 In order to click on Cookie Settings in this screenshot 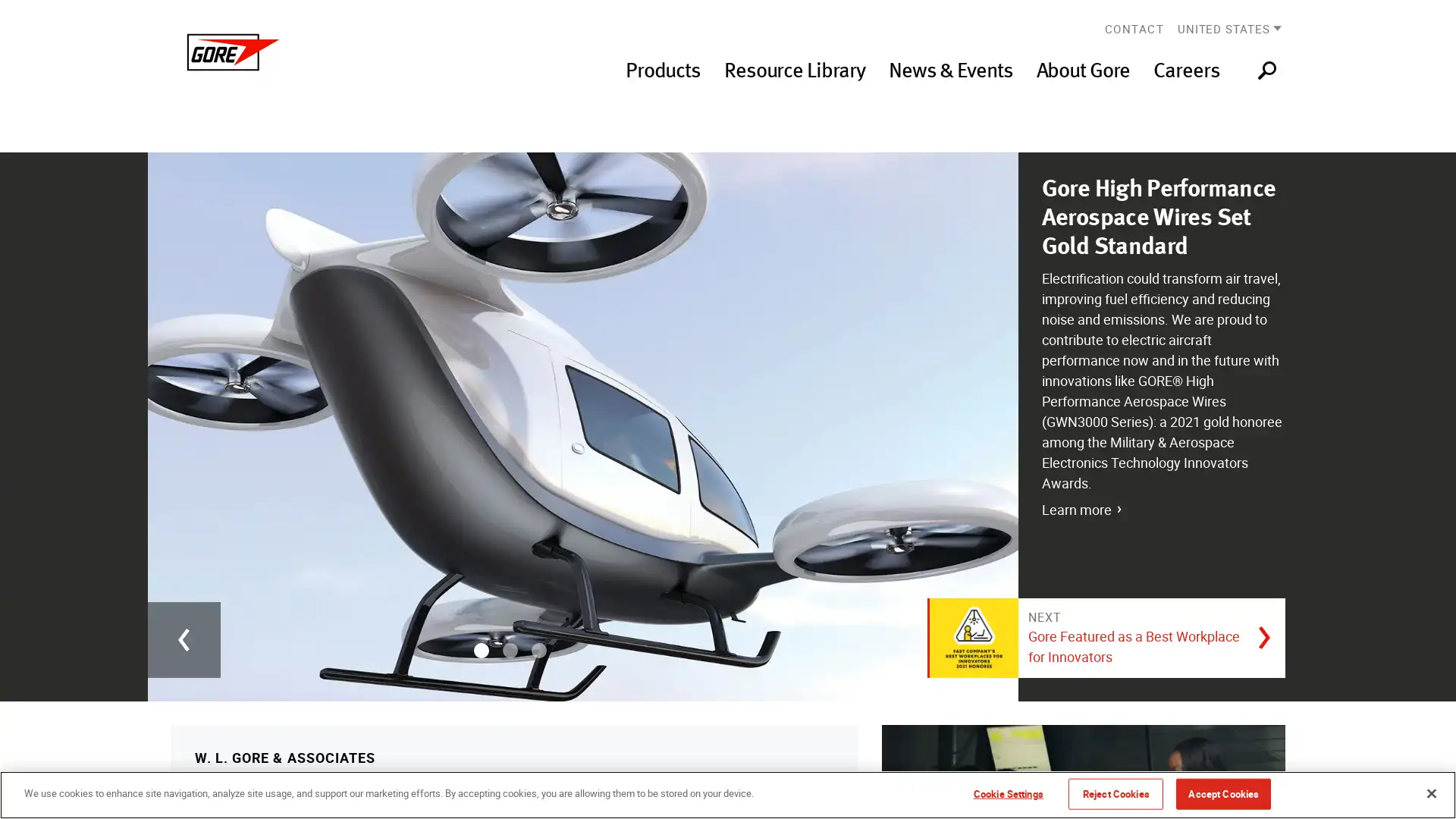, I will do `click(1008, 792)`.